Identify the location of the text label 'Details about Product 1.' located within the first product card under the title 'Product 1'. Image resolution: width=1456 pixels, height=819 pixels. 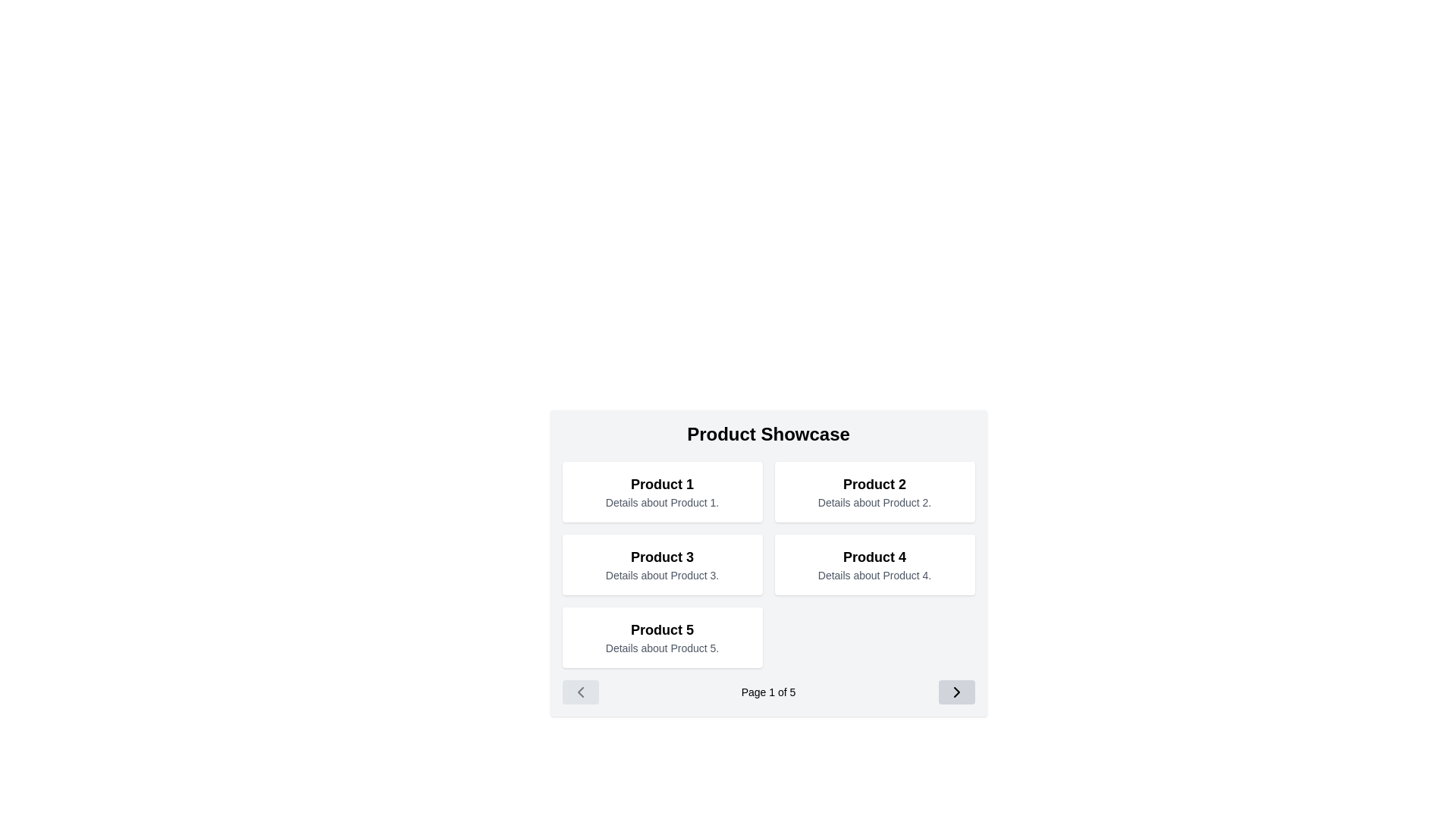
(662, 503).